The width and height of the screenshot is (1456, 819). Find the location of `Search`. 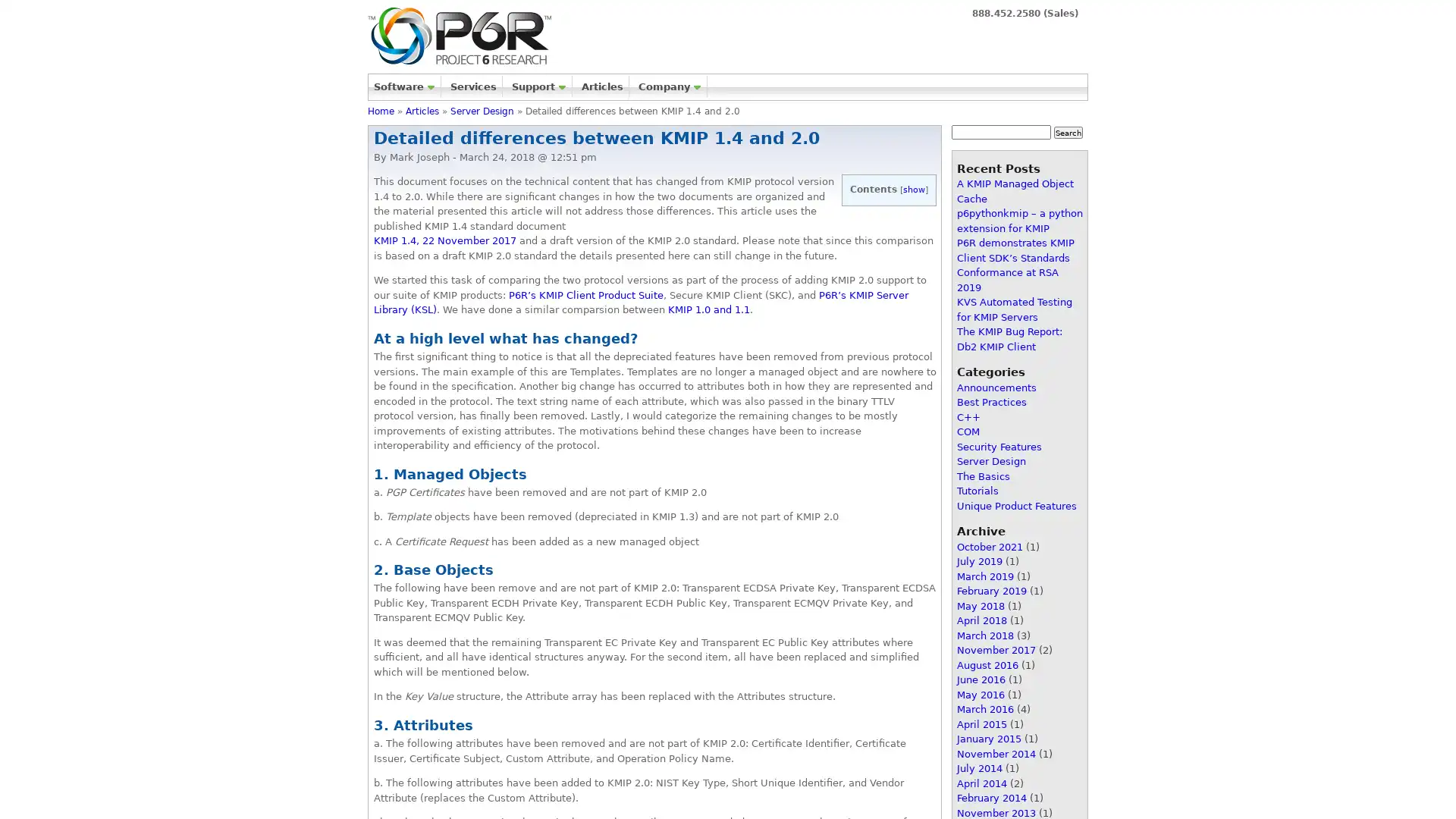

Search is located at coordinates (1068, 131).